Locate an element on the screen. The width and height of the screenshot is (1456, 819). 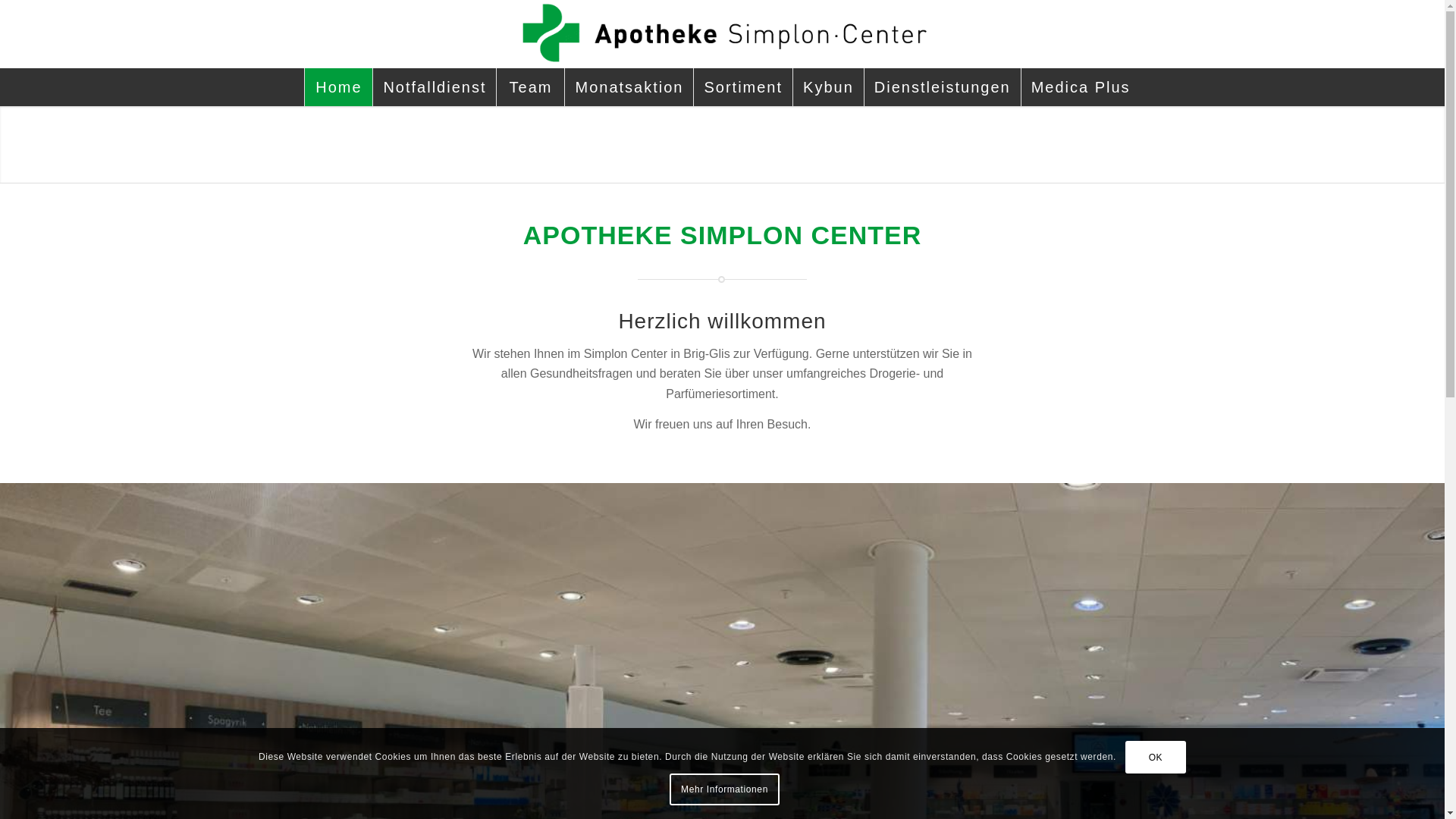
'Medica Plus' is located at coordinates (1080, 87).